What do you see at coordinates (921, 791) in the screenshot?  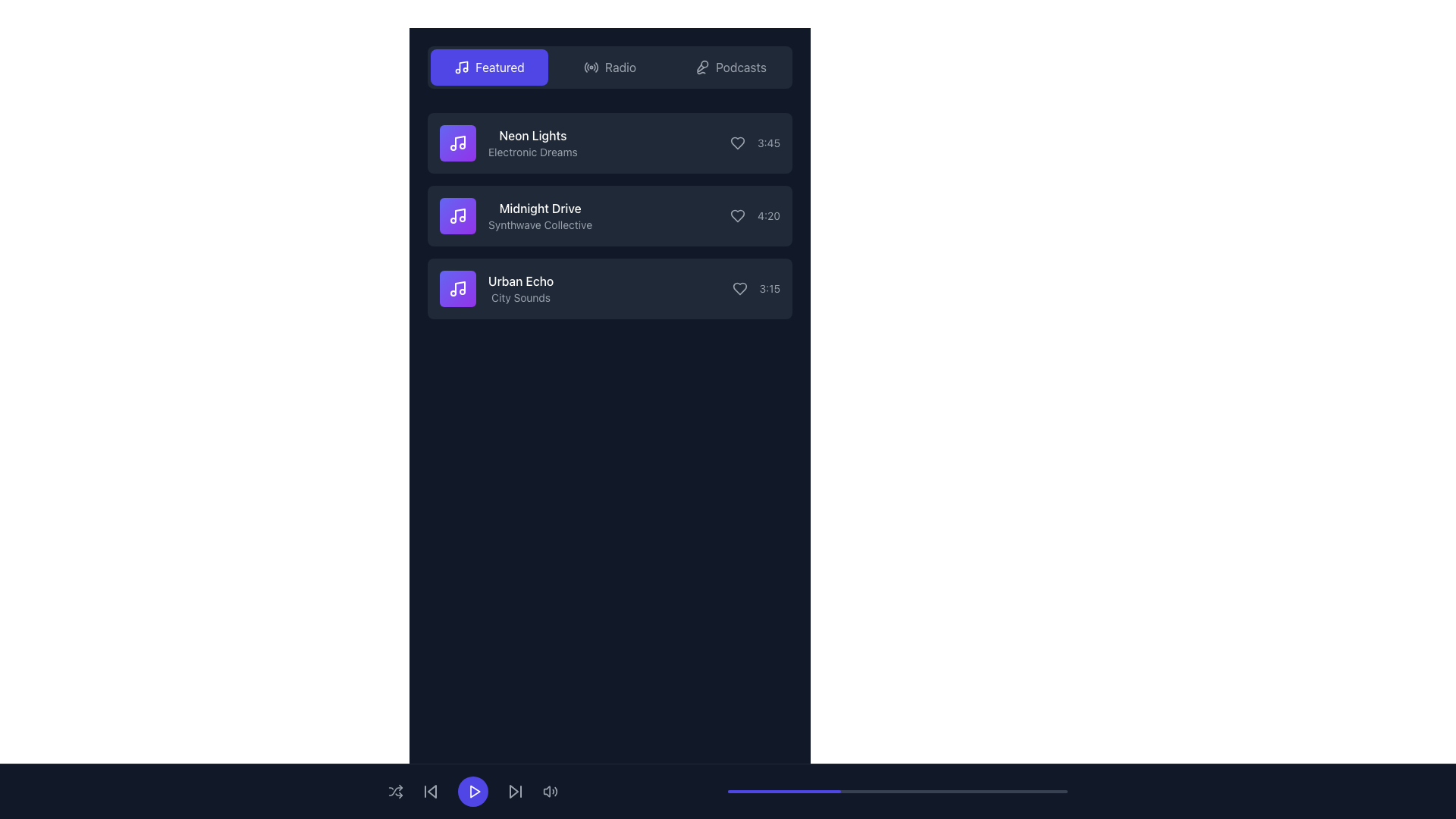 I see `progress` at bounding box center [921, 791].